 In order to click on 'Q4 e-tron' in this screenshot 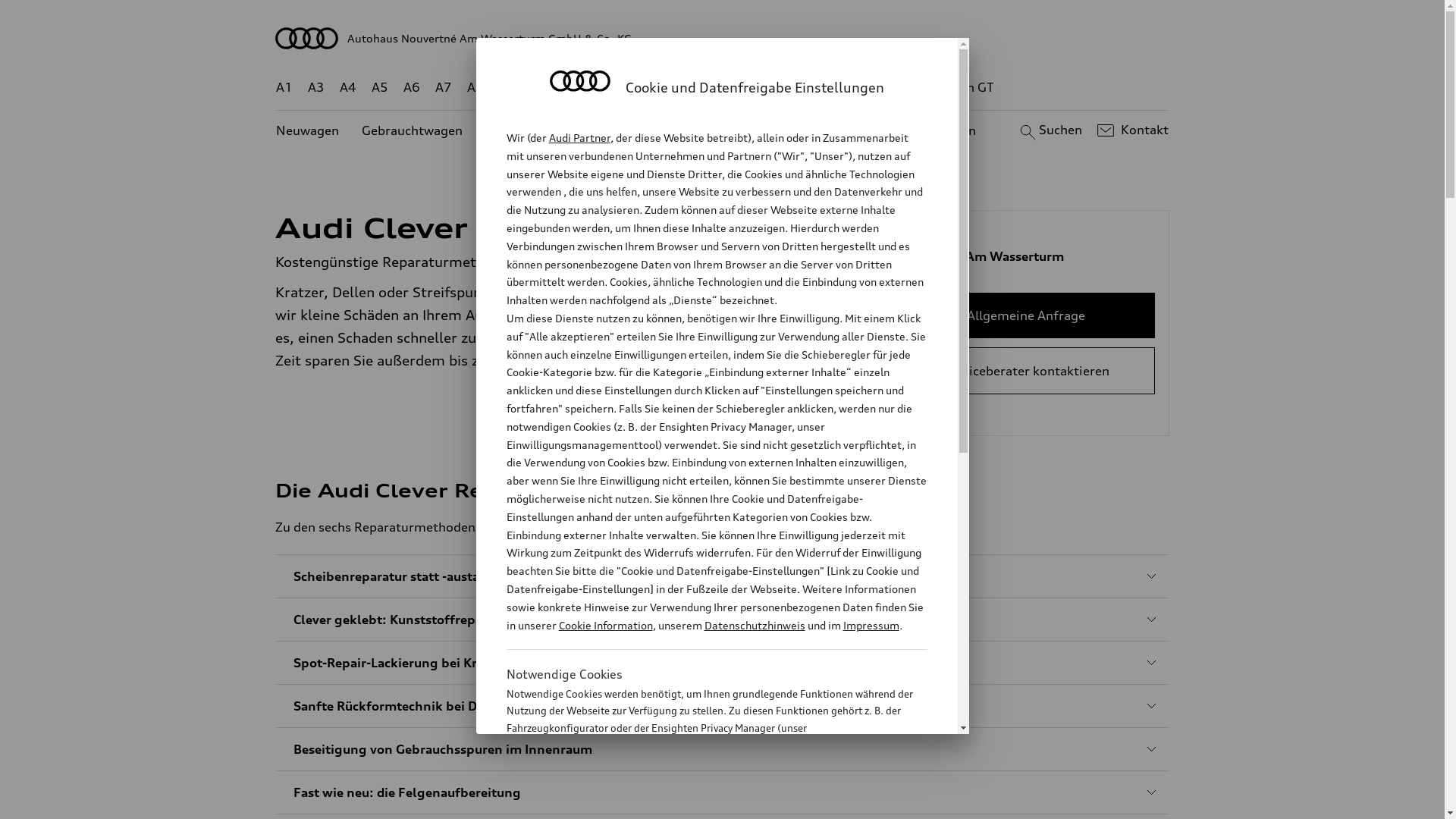, I will do `click(592, 87)`.